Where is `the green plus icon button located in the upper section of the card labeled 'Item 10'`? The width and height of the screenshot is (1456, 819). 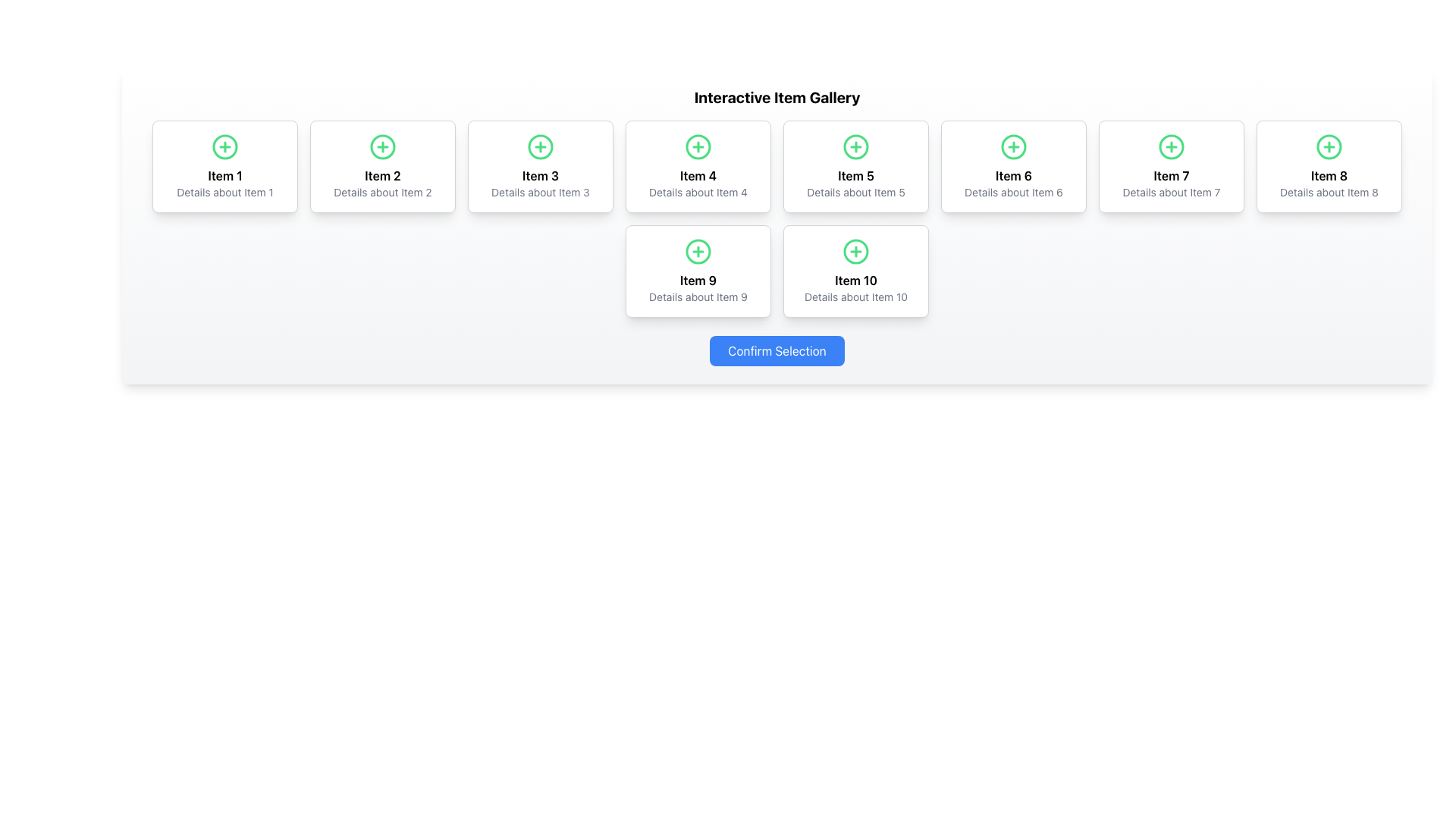
the green plus icon button located in the upper section of the card labeled 'Item 10' is located at coordinates (855, 250).